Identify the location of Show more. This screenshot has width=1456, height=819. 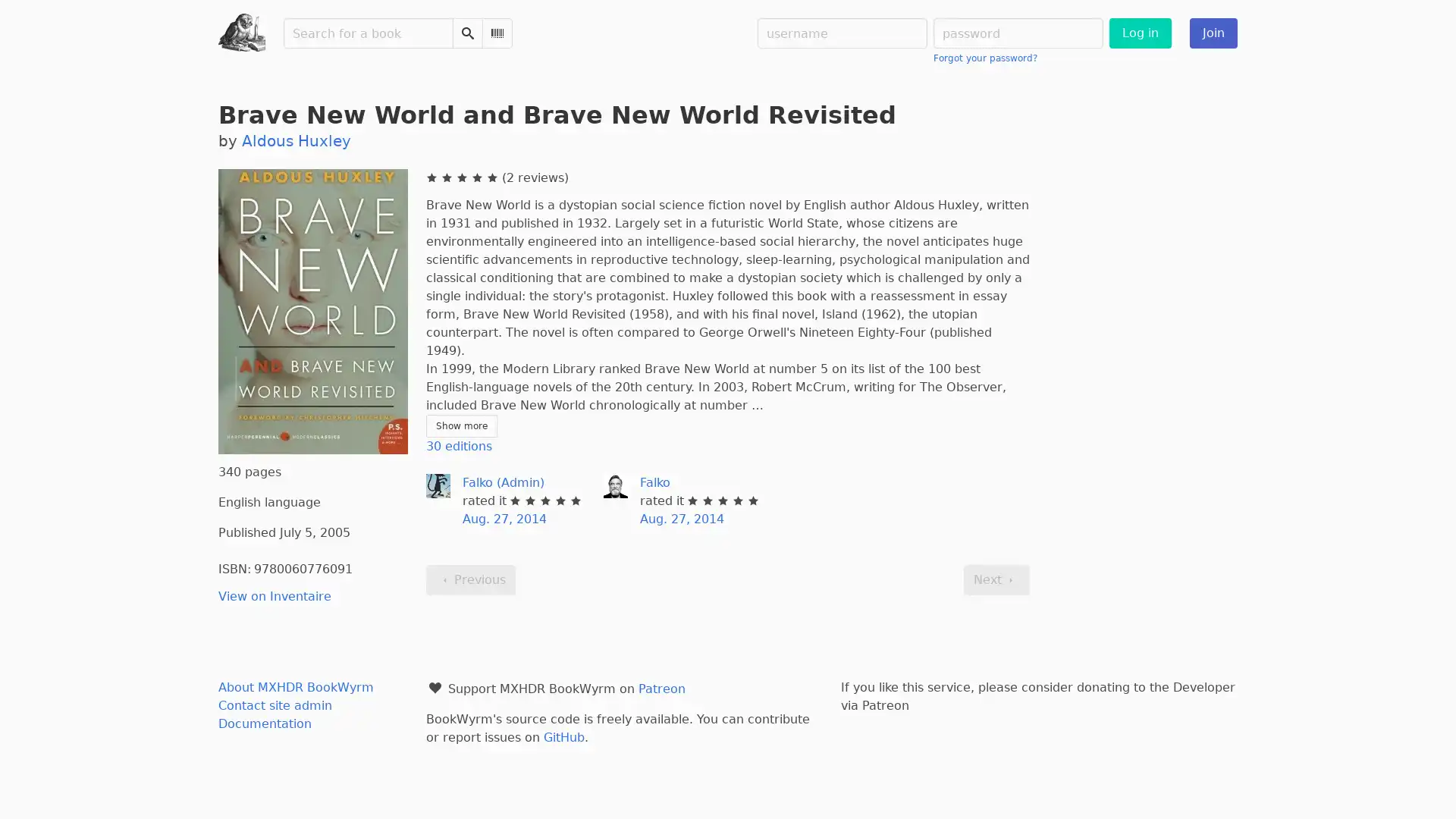
(460, 426).